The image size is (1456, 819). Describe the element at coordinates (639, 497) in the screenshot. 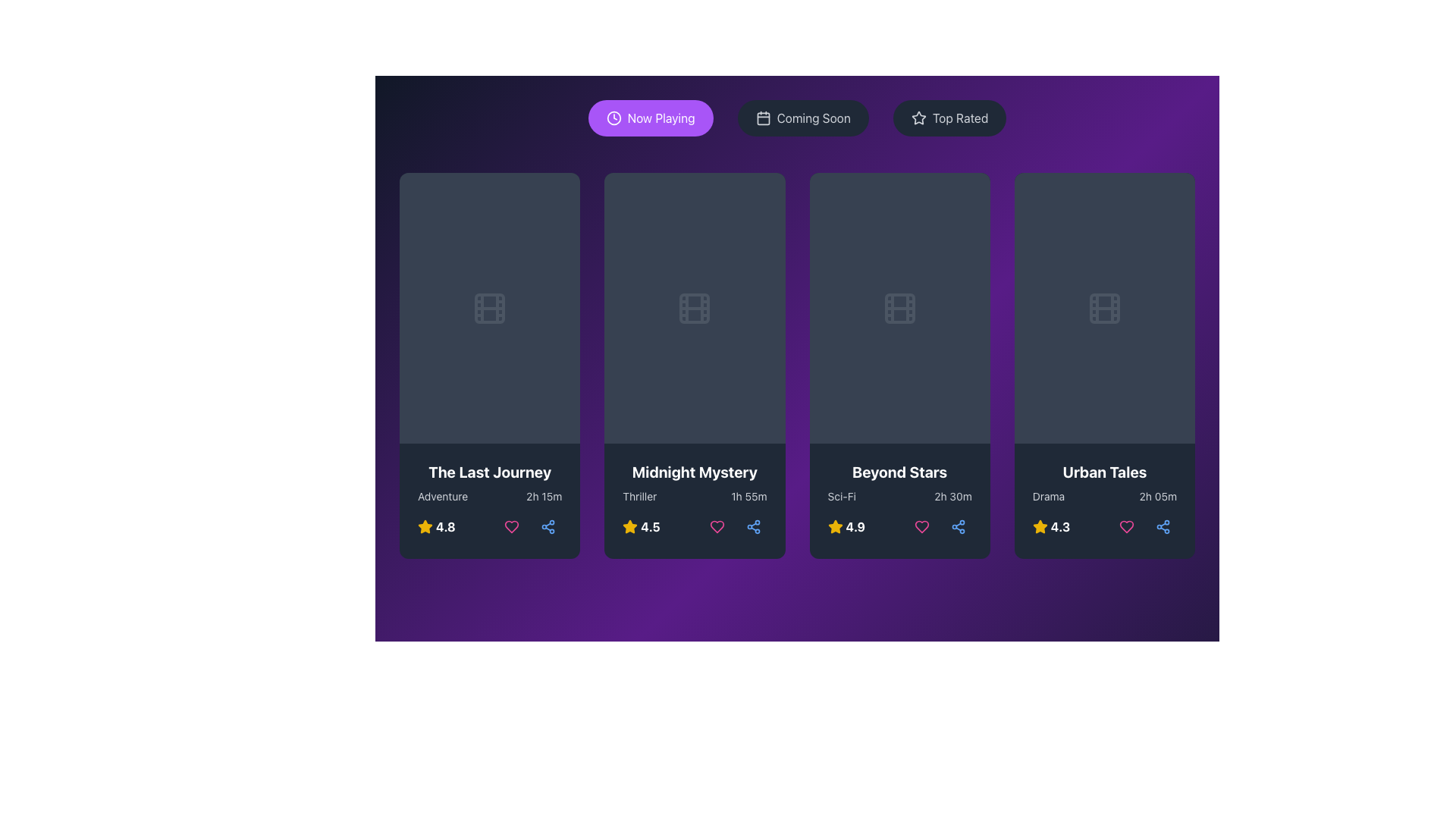

I see `the static text label displaying 'Thriller', which is the leftmost text in the bottom section of the 'Midnight Mystery' card` at that location.